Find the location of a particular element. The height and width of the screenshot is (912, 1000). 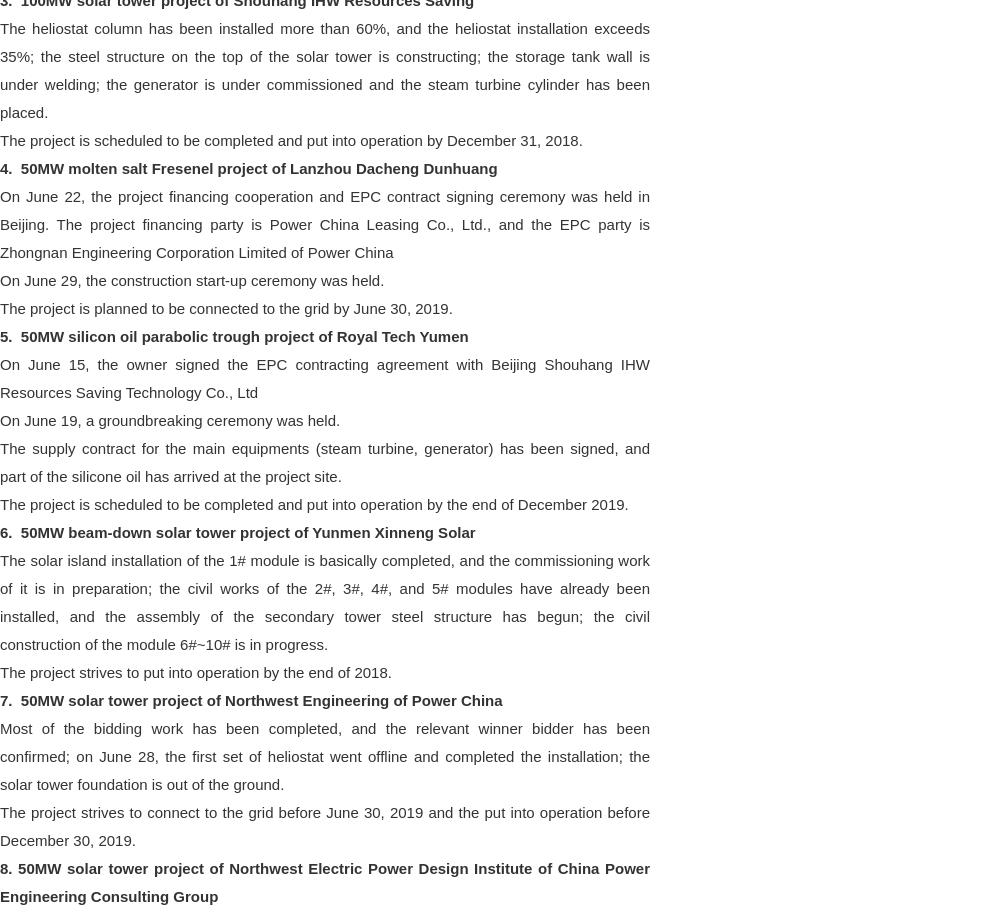

'4.  50MW molten salt Fresenel project of Lanzhou Dacheng Dunhuang' is located at coordinates (250, 167).